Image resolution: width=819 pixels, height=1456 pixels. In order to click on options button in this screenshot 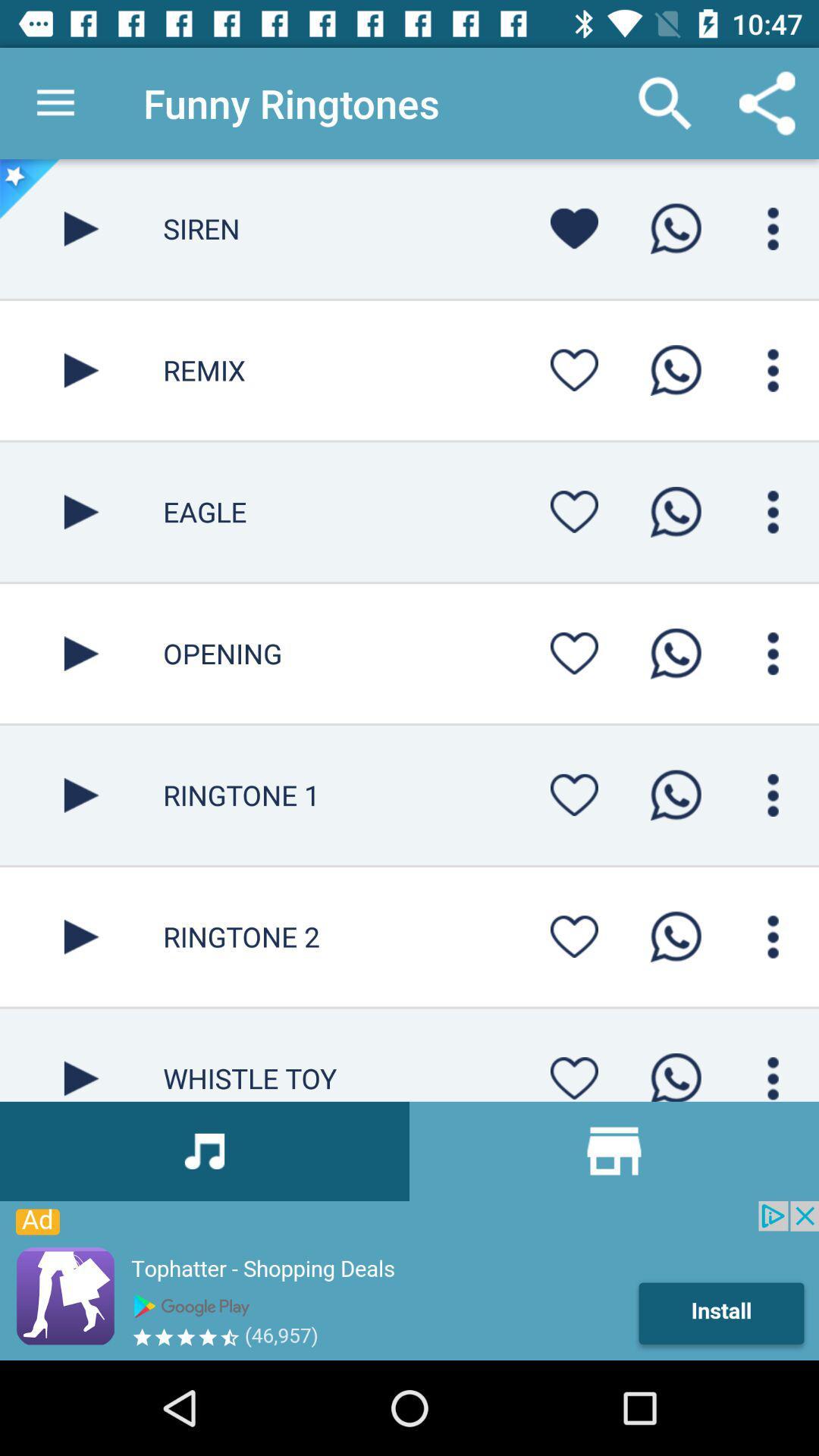, I will do `click(773, 794)`.